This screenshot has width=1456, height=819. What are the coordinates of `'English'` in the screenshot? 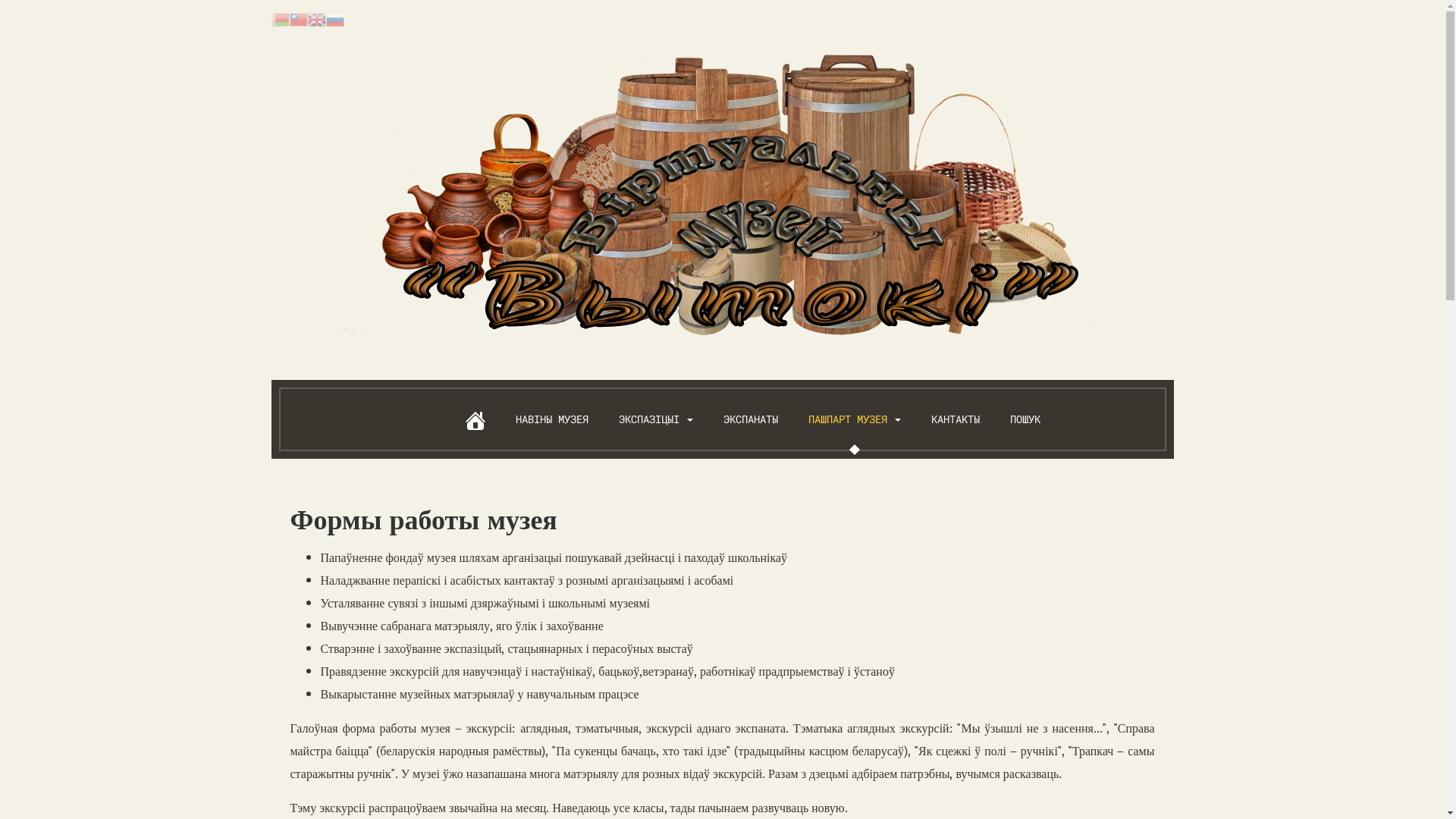 It's located at (315, 18).